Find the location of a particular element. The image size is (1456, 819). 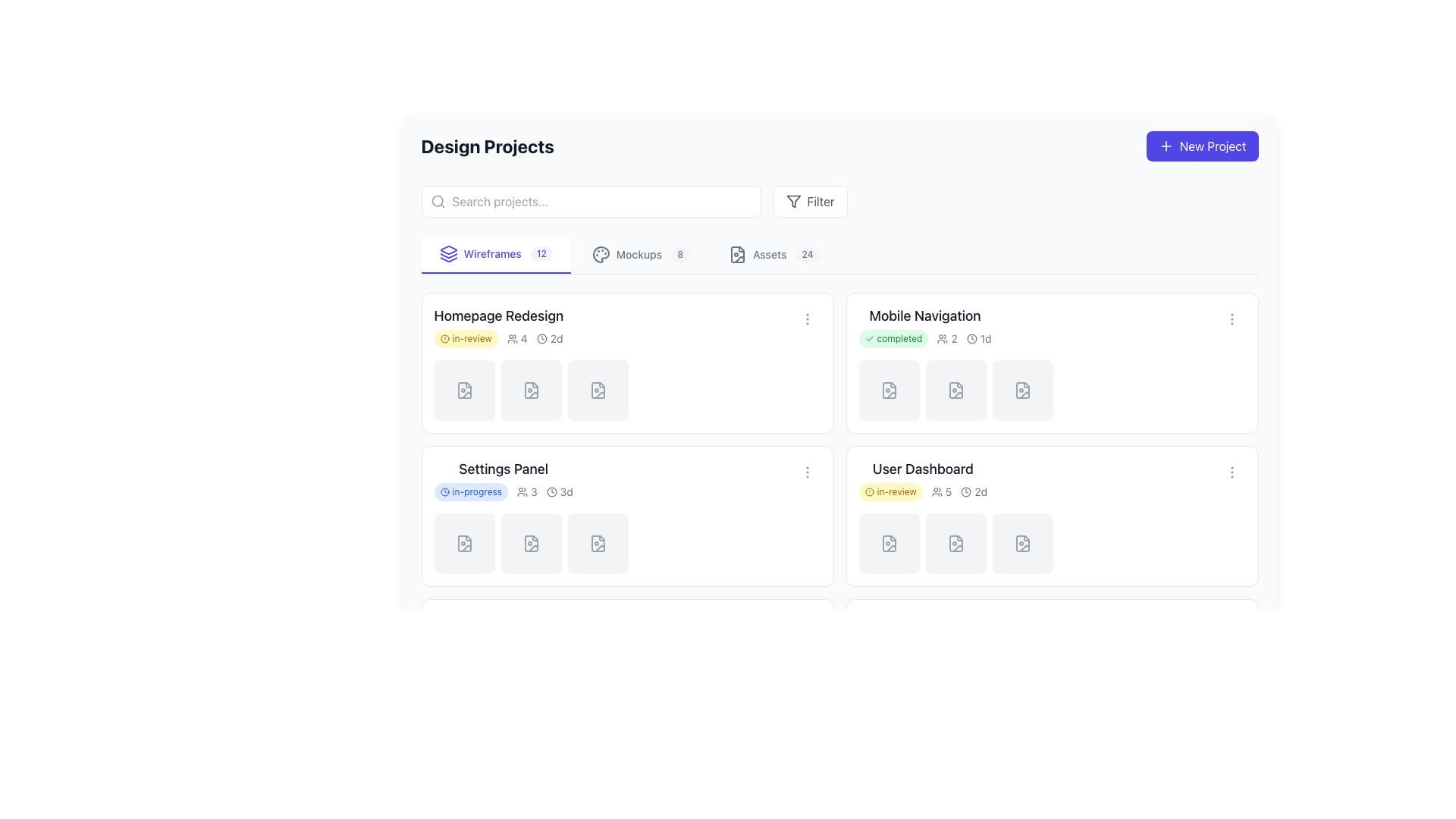

the second icon in the 'Settings Panel' section that serves as a visual indicator of a file item related to an image is located at coordinates (531, 543).